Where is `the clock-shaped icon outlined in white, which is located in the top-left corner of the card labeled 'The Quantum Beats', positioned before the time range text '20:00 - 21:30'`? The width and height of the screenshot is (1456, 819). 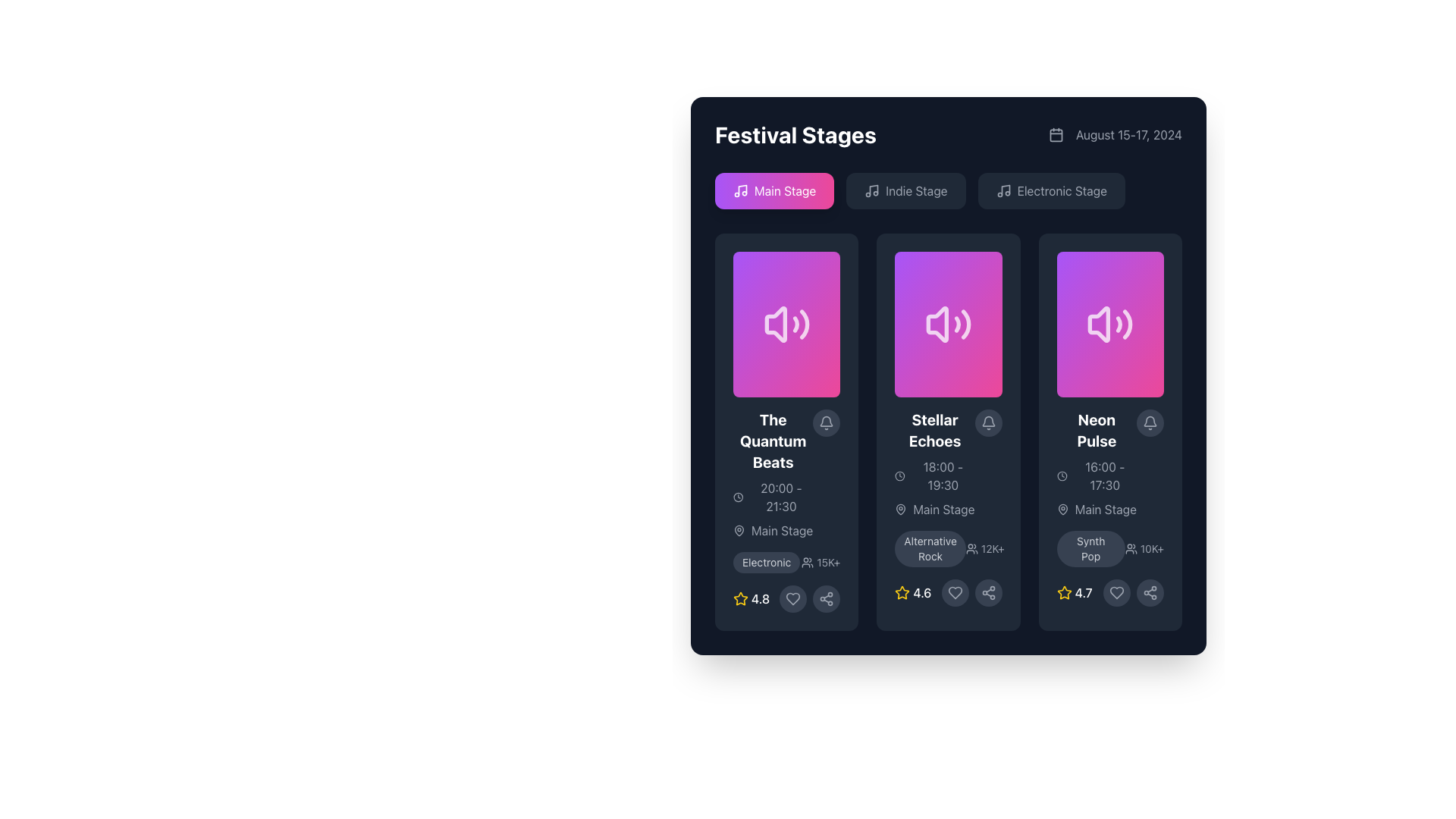
the clock-shaped icon outlined in white, which is located in the top-left corner of the card labeled 'The Quantum Beats', positioned before the time range text '20:00 - 21:30' is located at coordinates (738, 497).